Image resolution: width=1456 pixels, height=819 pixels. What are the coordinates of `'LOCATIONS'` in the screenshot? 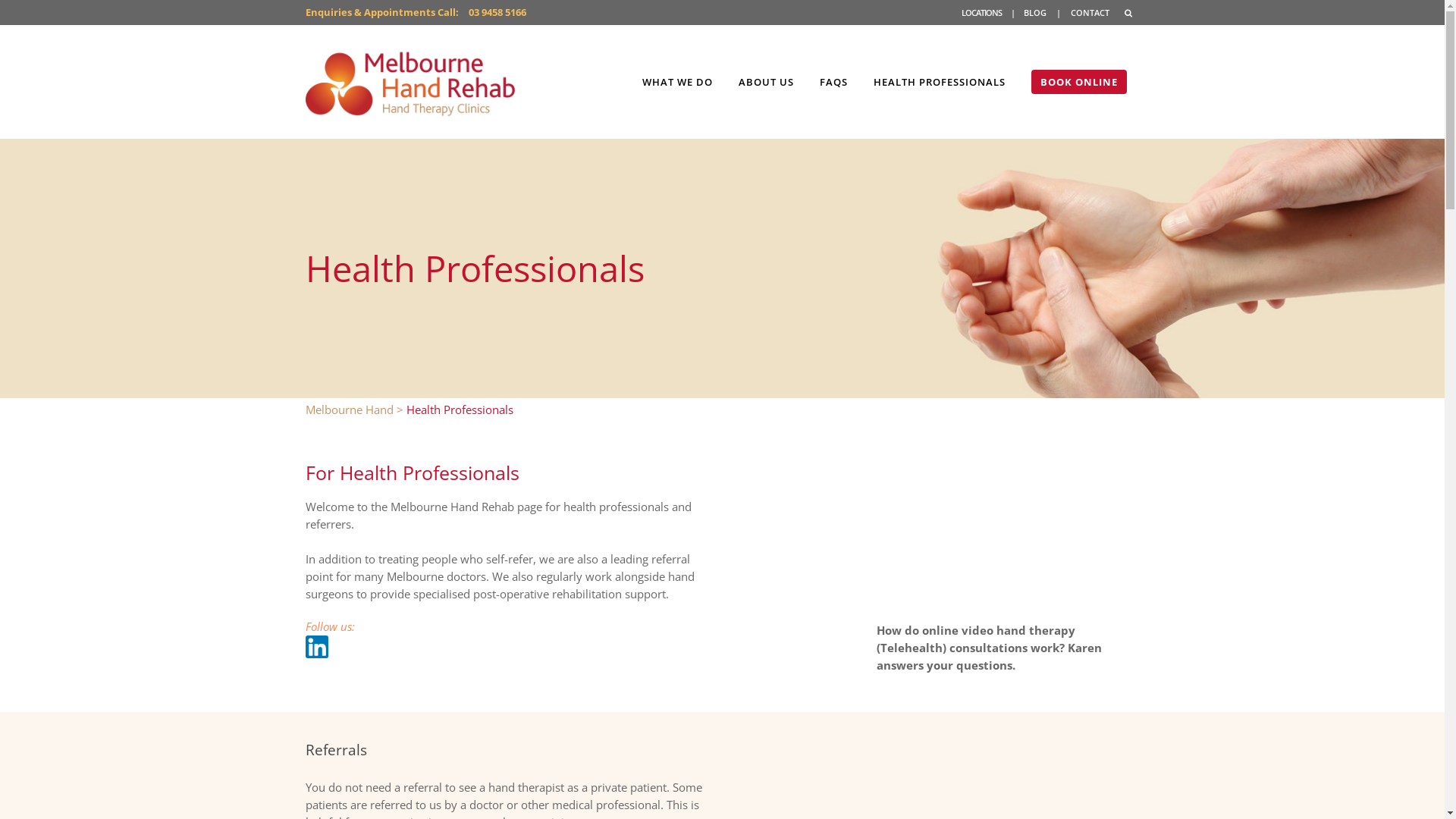 It's located at (960, 12).